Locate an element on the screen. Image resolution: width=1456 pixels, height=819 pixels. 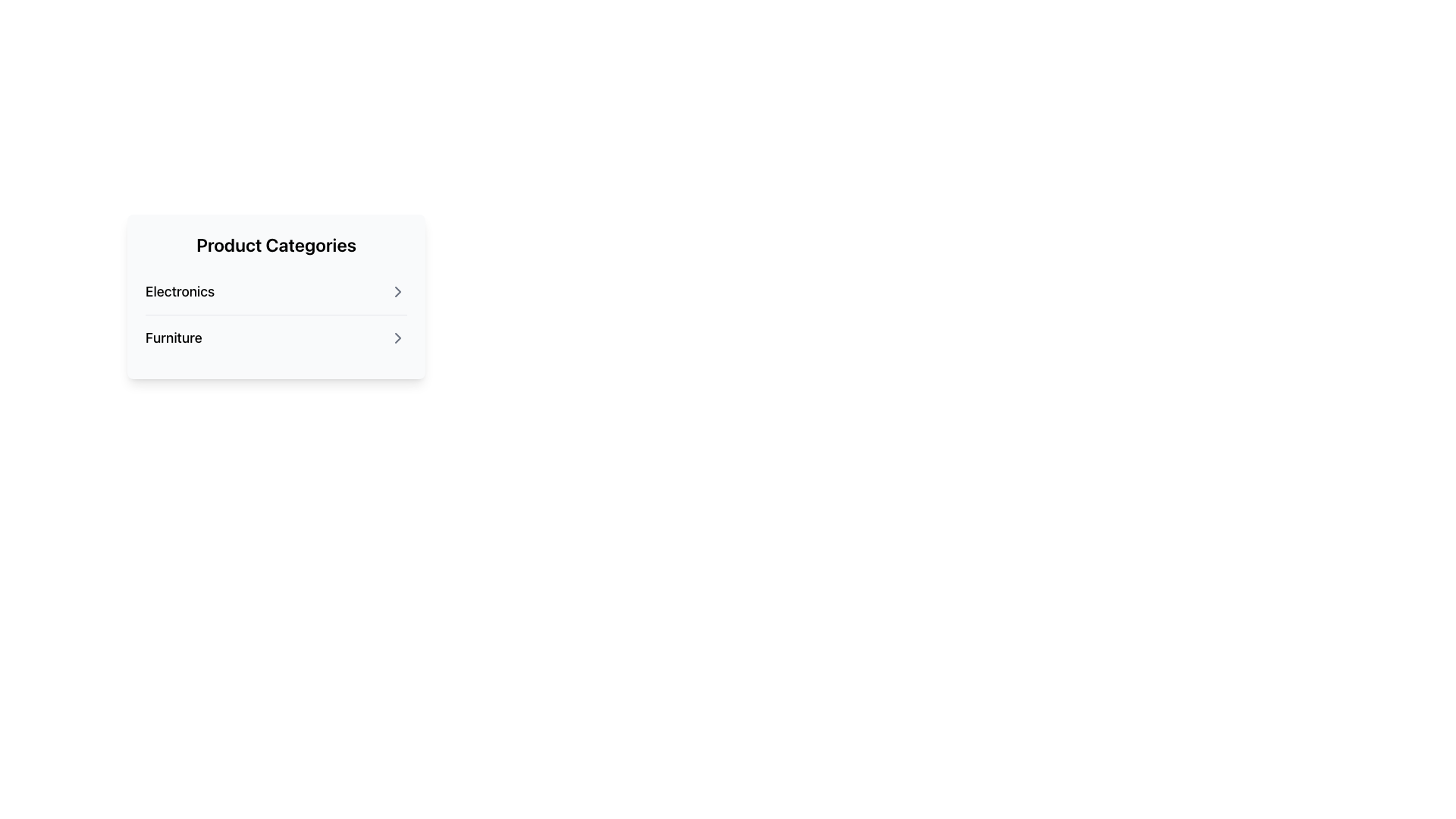
the 'Furniture' list item, which is located in the second row of the vertical list under 'Product Categories' is located at coordinates (276, 337).